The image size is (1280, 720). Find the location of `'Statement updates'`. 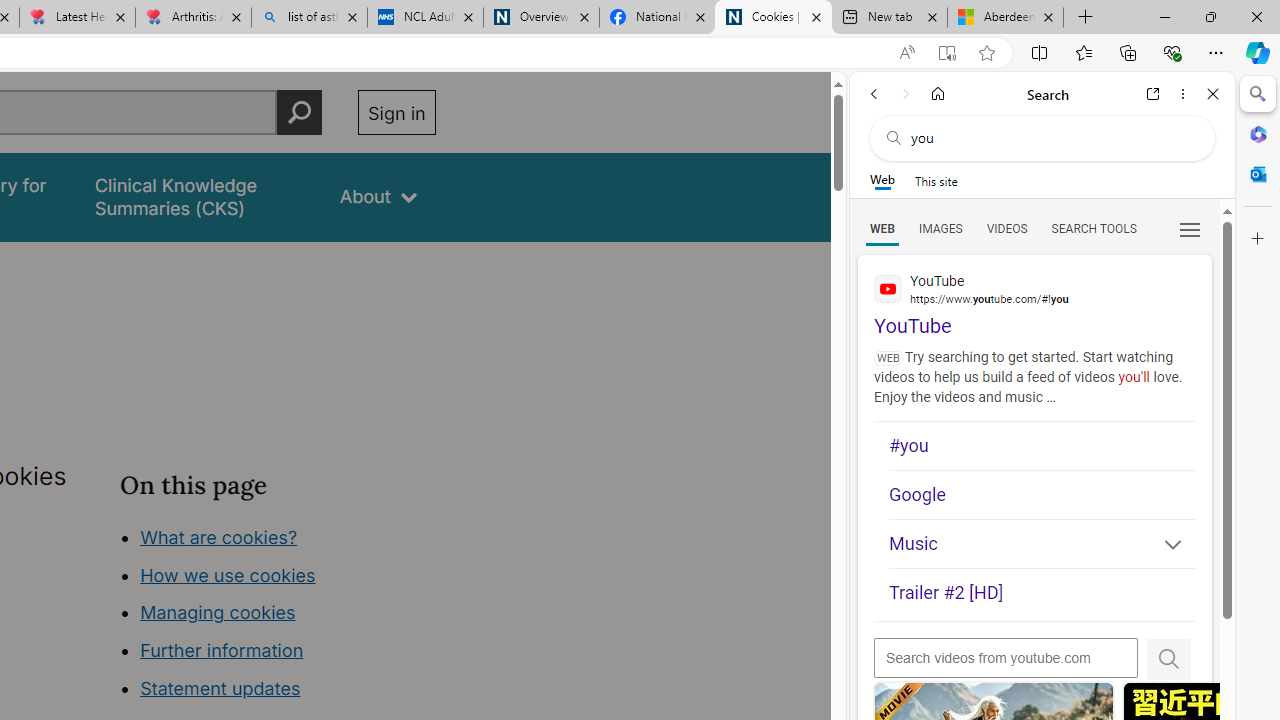

'Statement updates' is located at coordinates (220, 688).